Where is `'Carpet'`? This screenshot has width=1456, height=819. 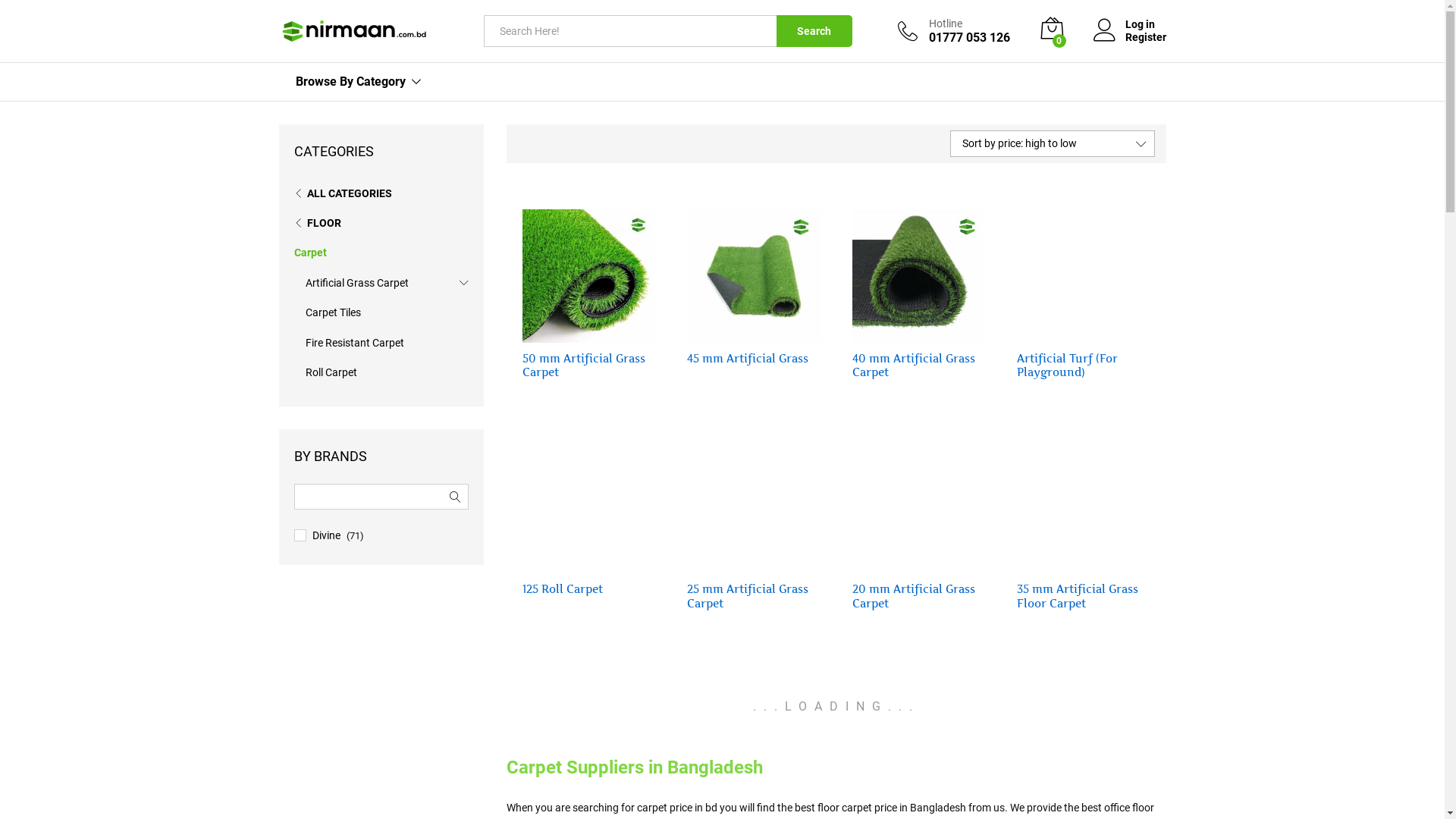
'Carpet' is located at coordinates (309, 251).